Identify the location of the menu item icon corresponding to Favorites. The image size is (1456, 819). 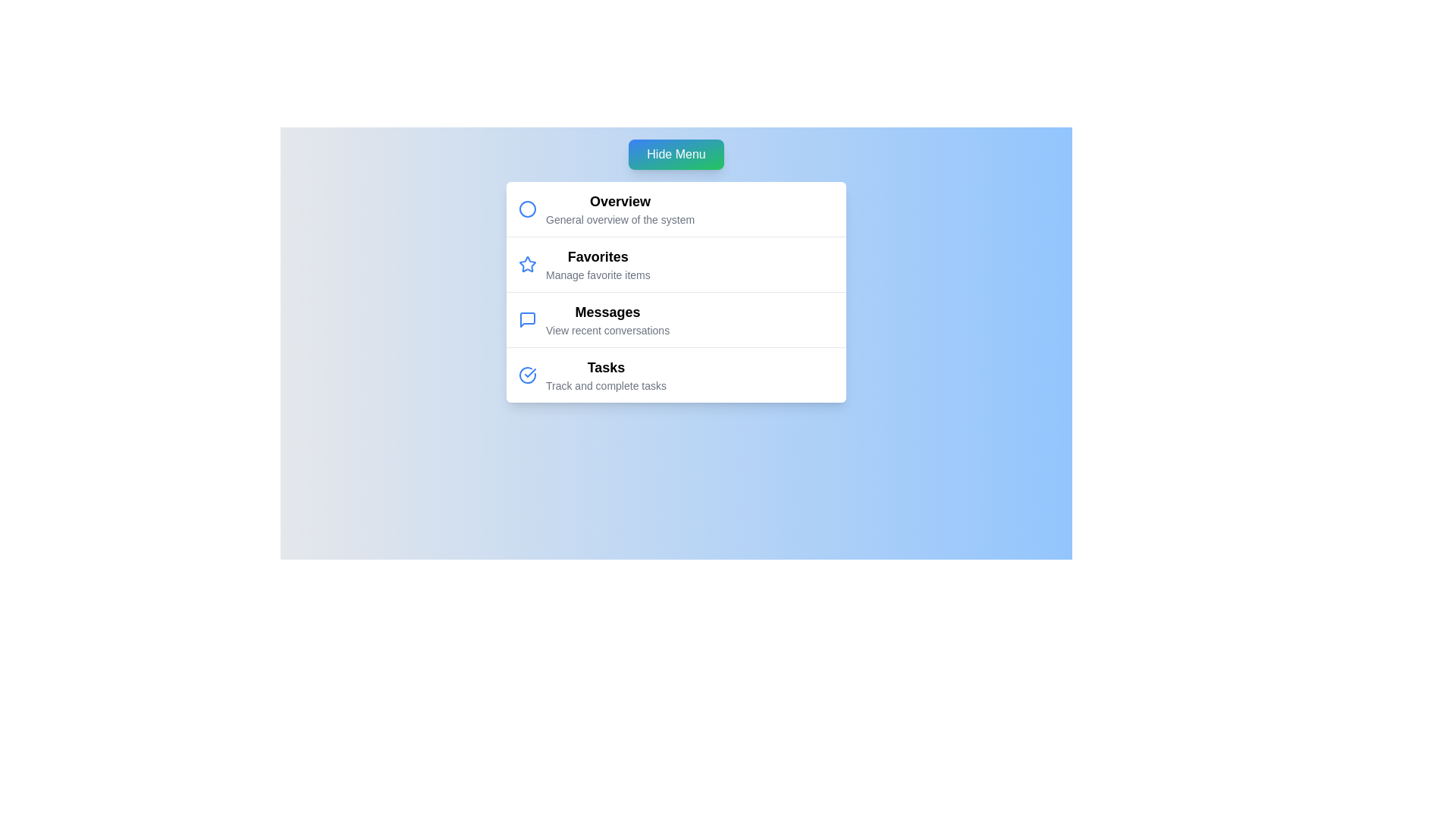
(528, 263).